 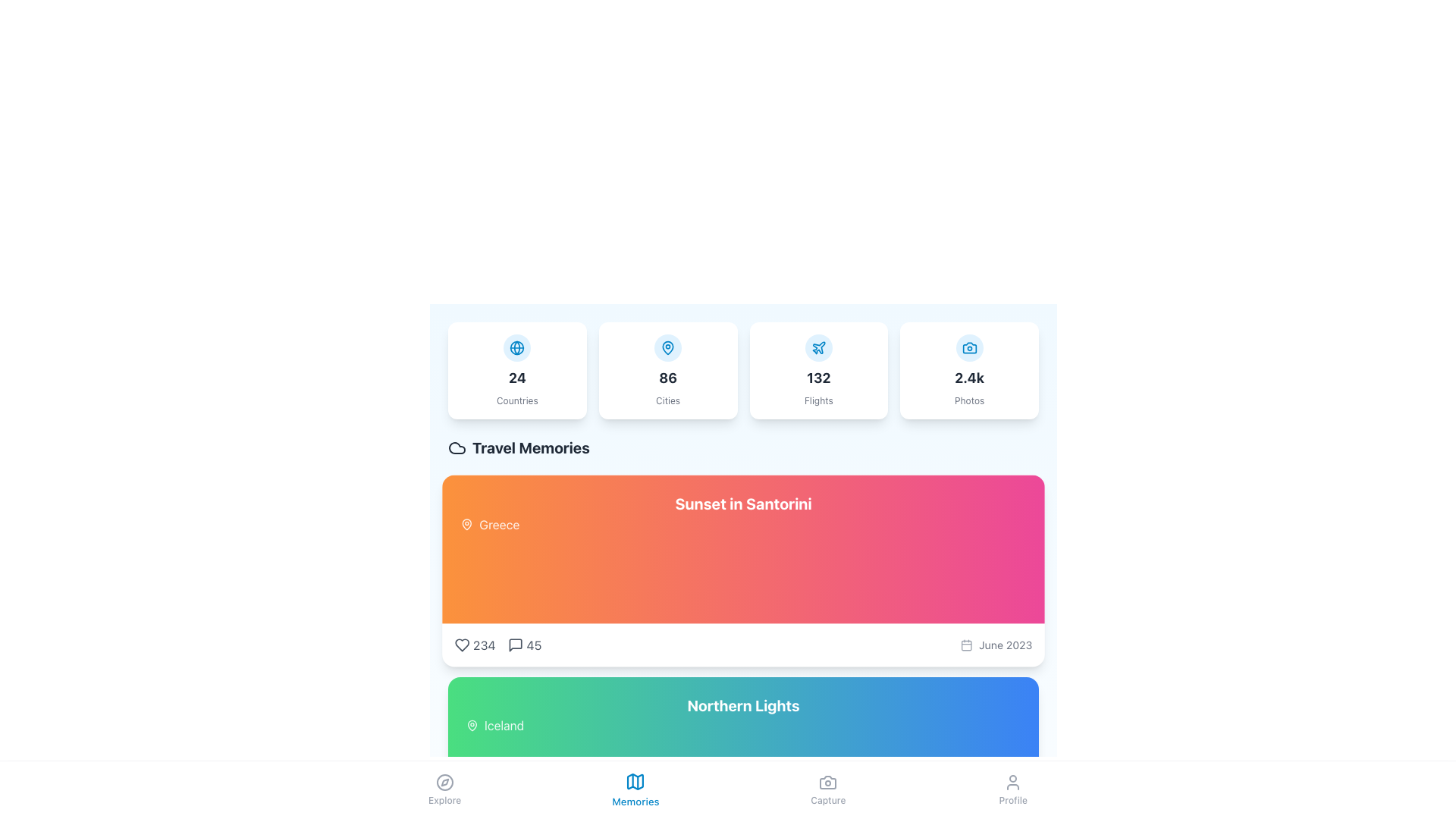 I want to click on the text label 'Greece' located in the upper-left corner of the 'Travel Memories' section, so click(x=499, y=523).